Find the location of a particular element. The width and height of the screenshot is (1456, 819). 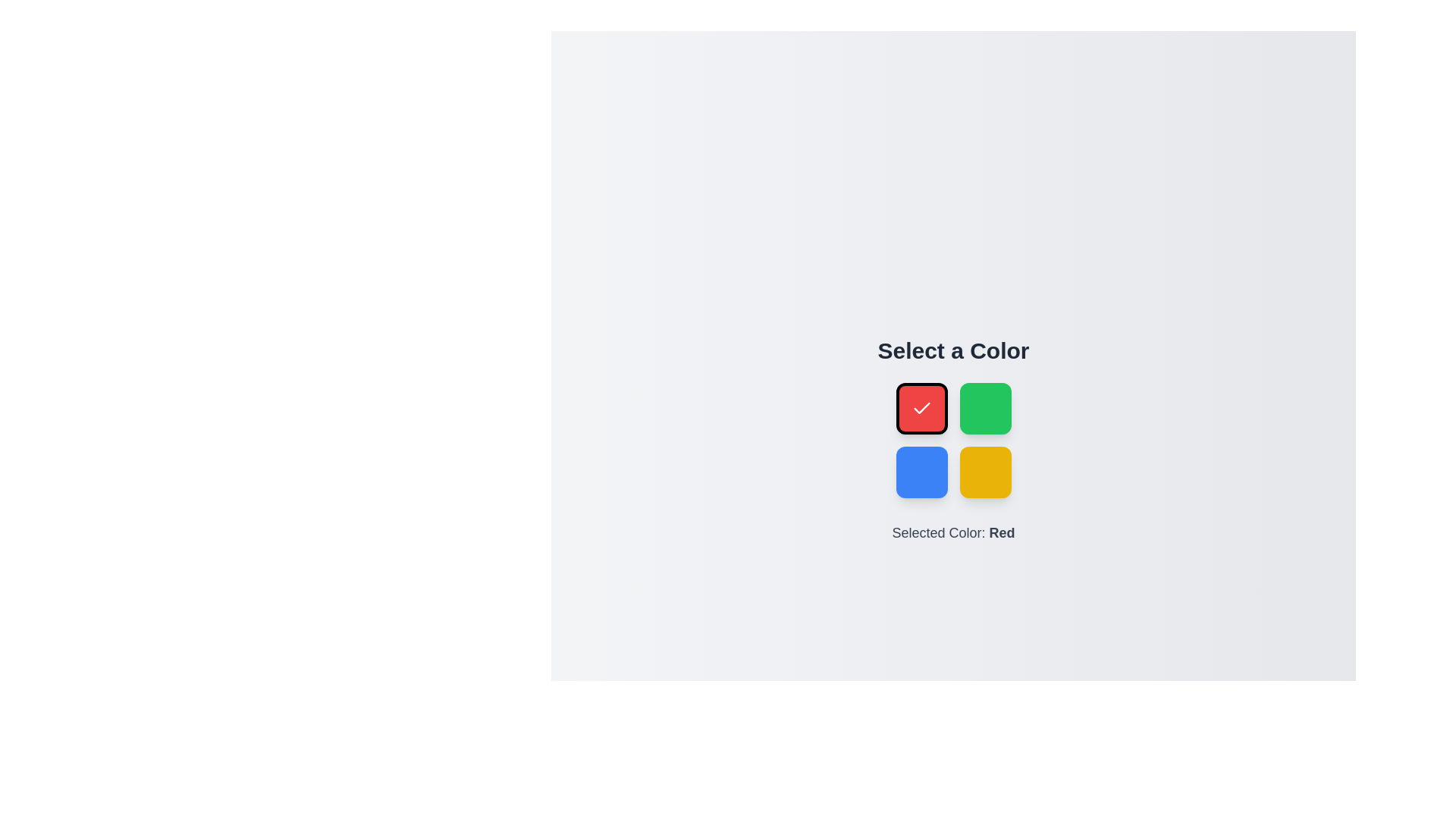

the color Yellow by clicking on its corresponding button is located at coordinates (985, 472).